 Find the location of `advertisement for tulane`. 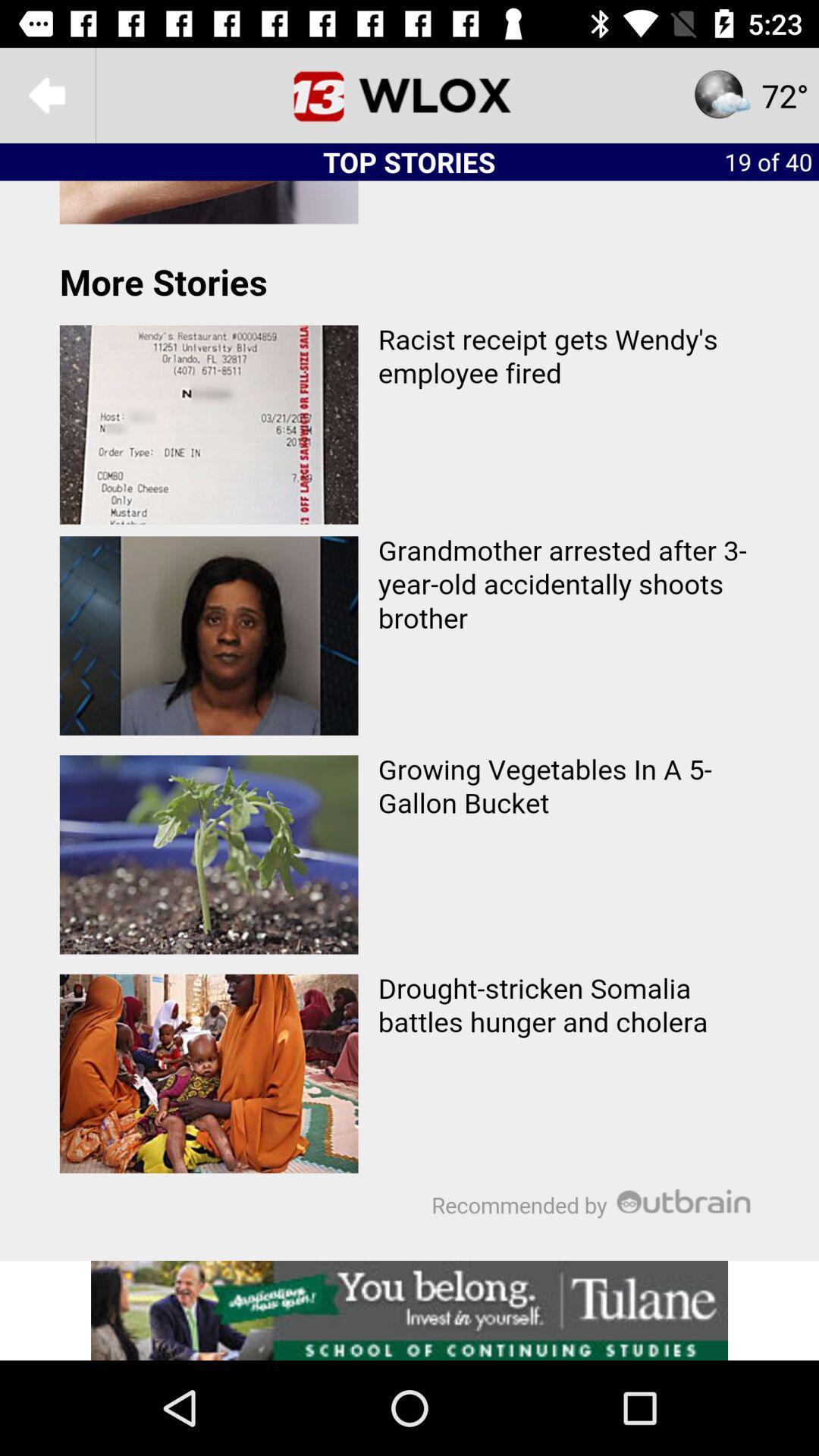

advertisement for tulane is located at coordinates (409, 1310).